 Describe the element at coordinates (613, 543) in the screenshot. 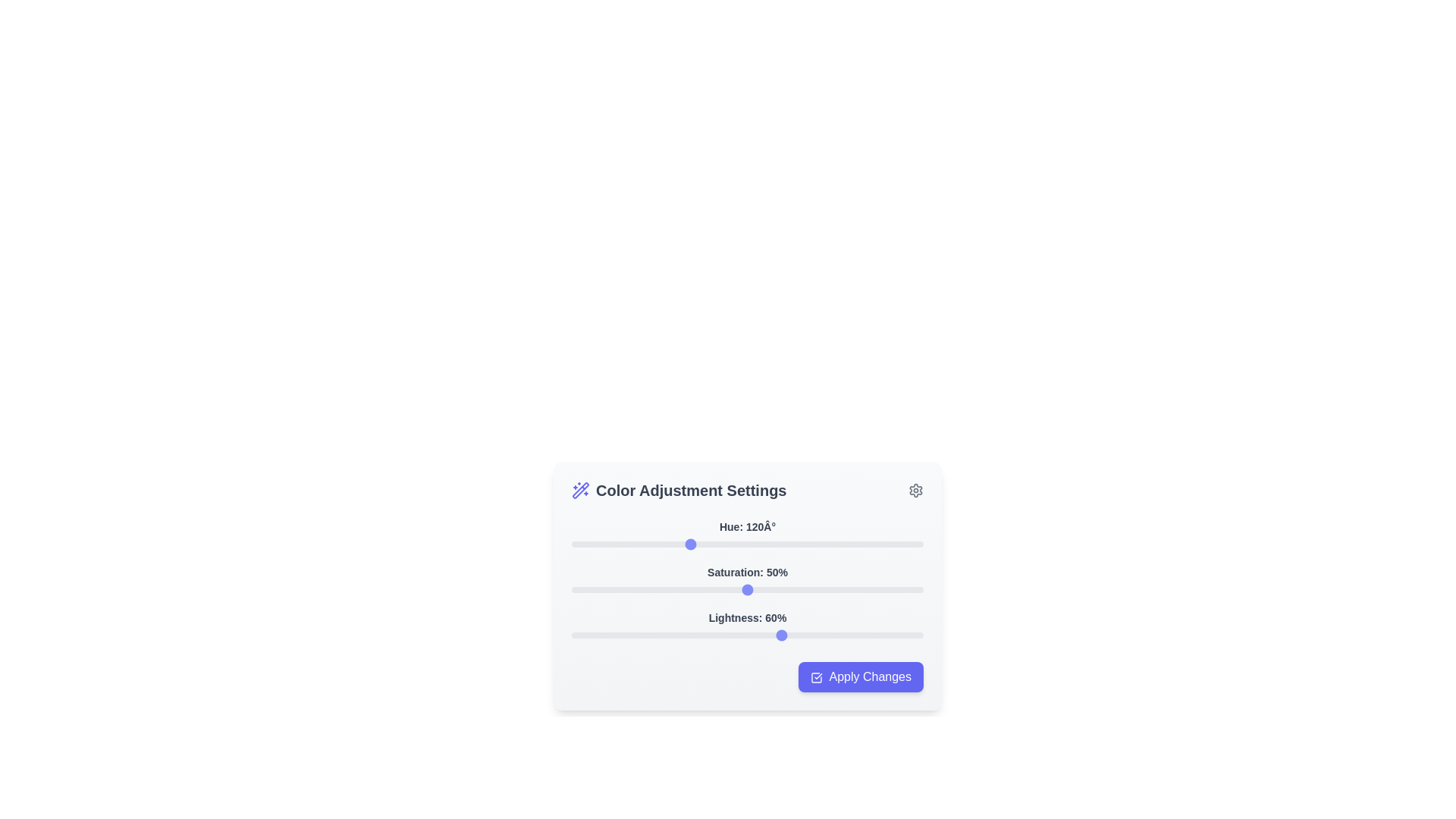

I see `hue` at that location.